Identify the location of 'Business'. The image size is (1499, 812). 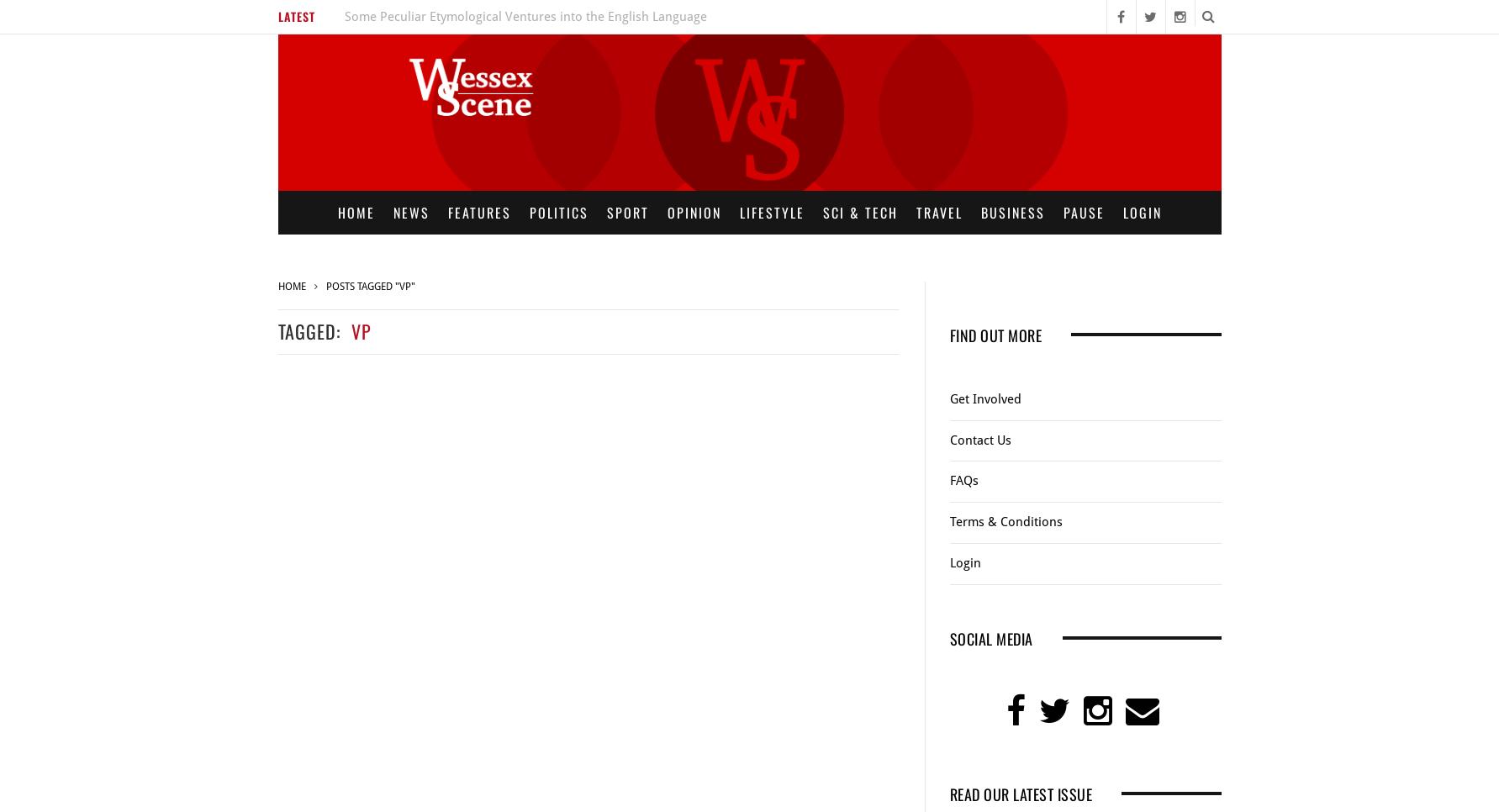
(1012, 212).